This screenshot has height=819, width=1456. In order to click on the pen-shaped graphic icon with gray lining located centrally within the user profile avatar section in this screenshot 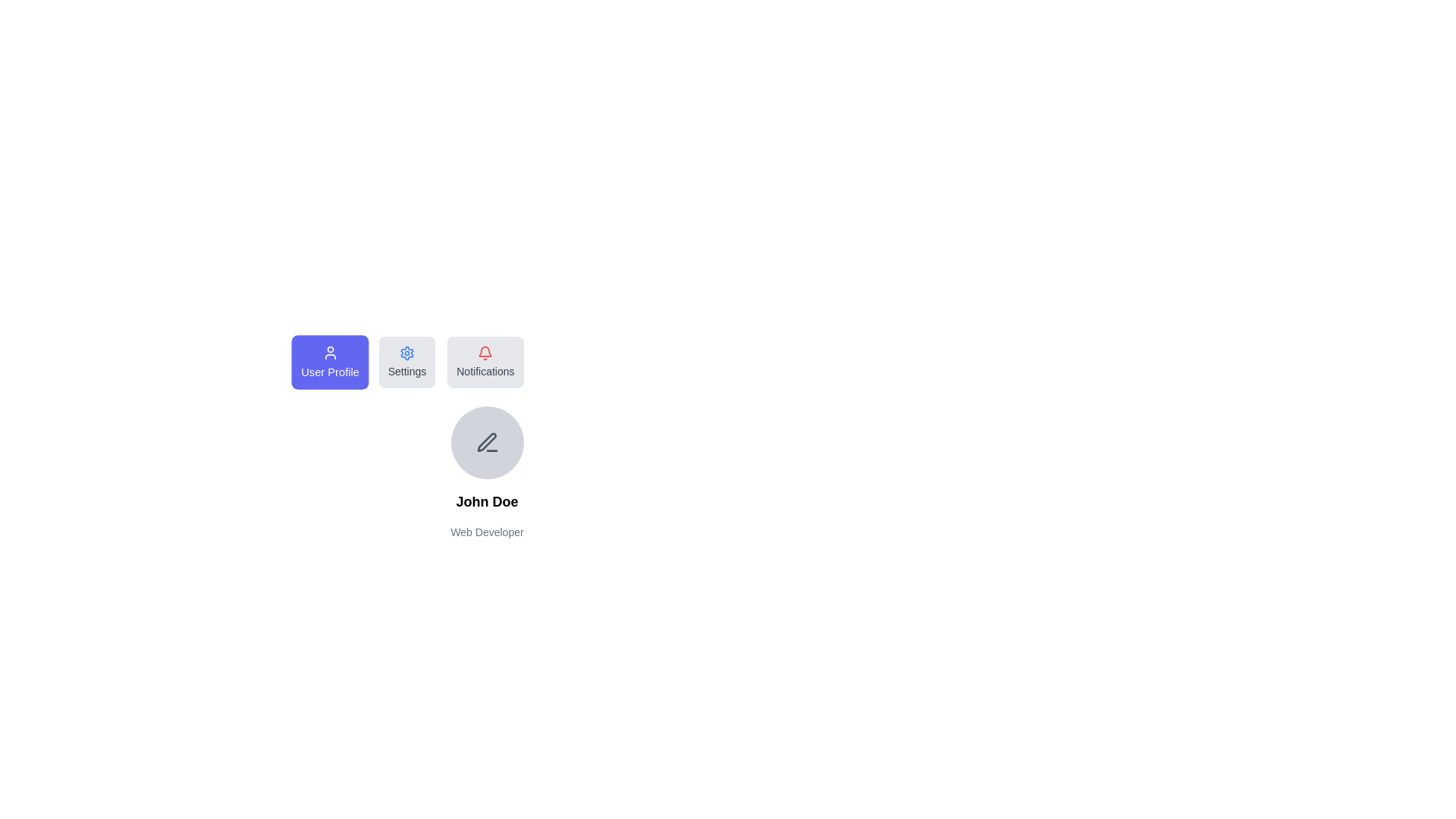, I will do `click(486, 442)`.